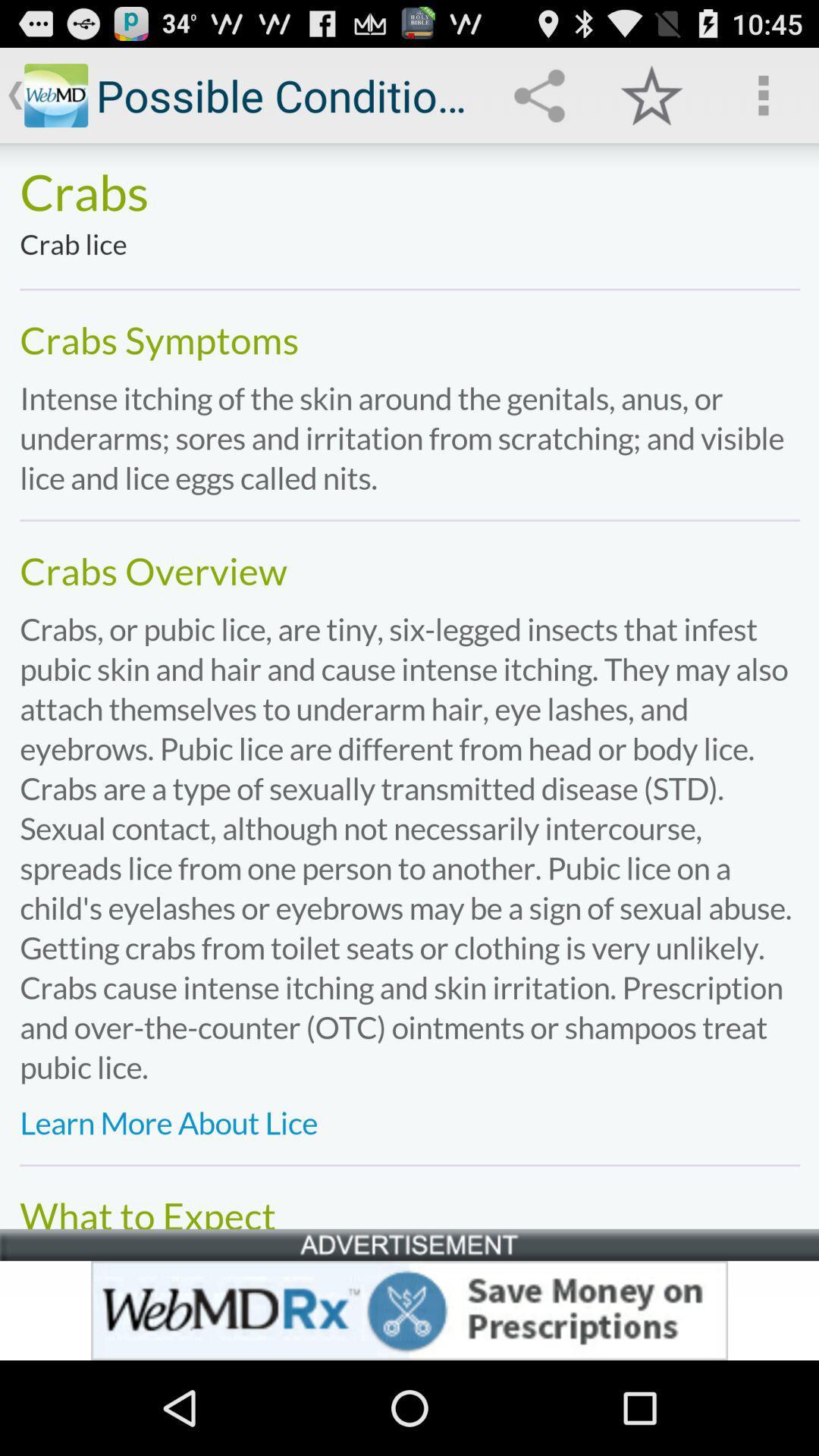  I want to click on condition description box, so click(409, 685).